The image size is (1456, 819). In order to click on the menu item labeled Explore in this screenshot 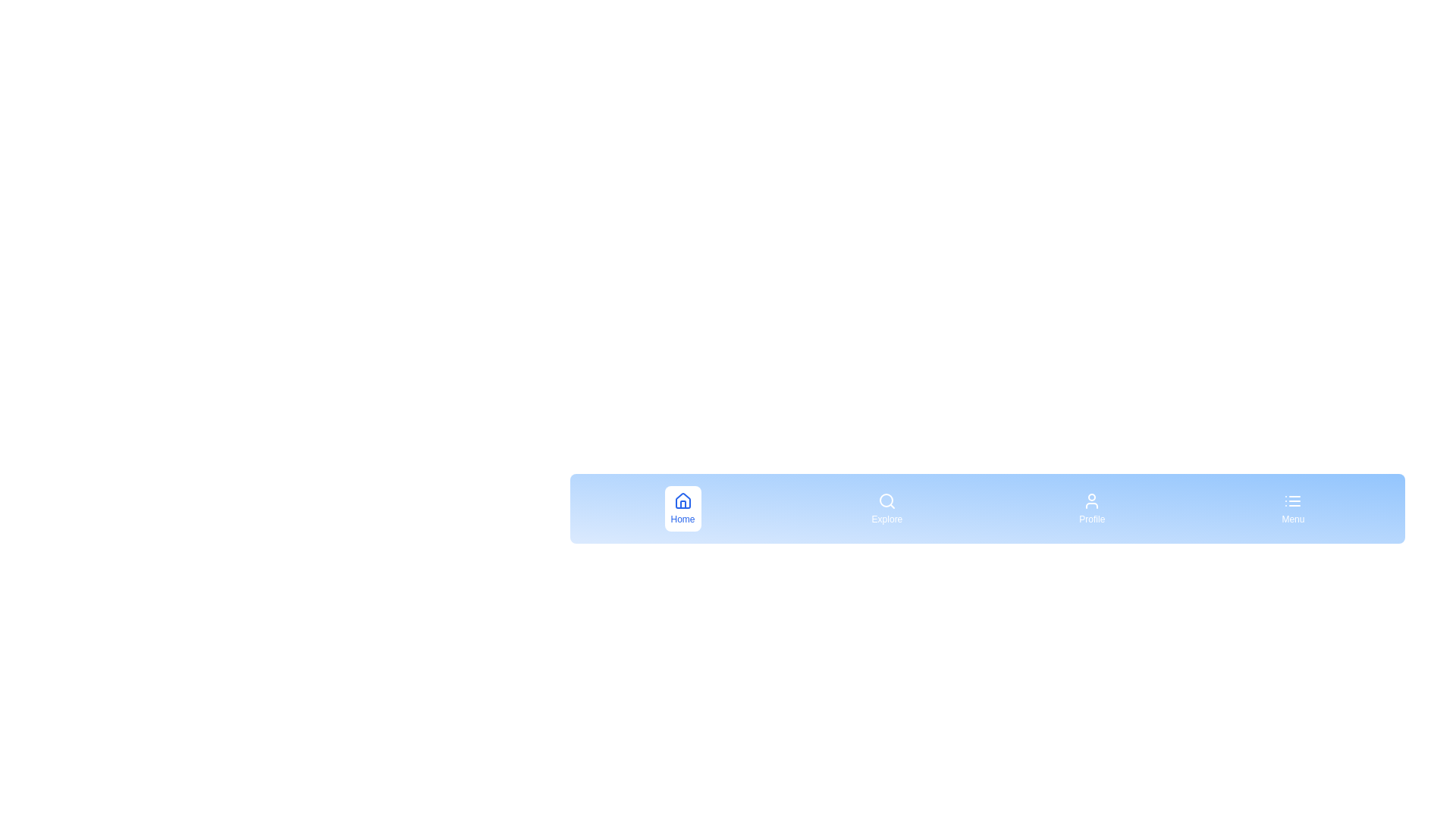, I will do `click(886, 509)`.